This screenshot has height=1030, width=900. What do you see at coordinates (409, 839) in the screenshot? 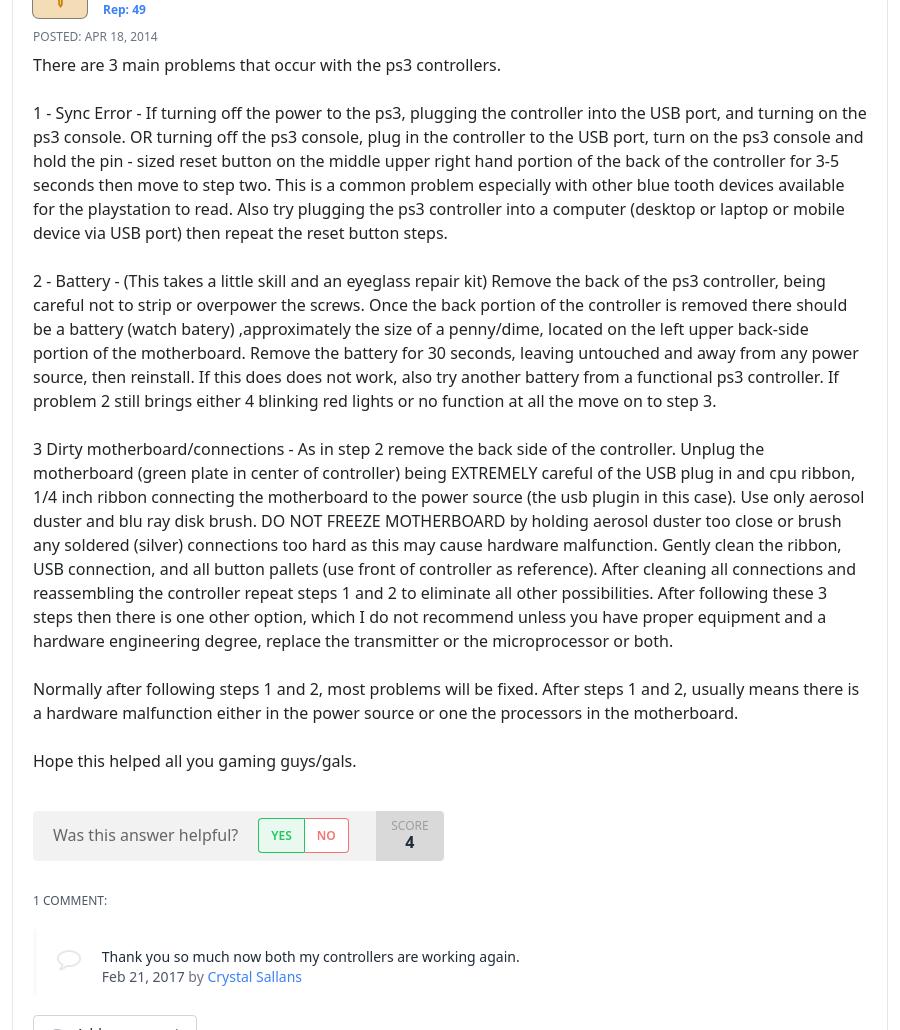
I see `'4'` at bounding box center [409, 839].